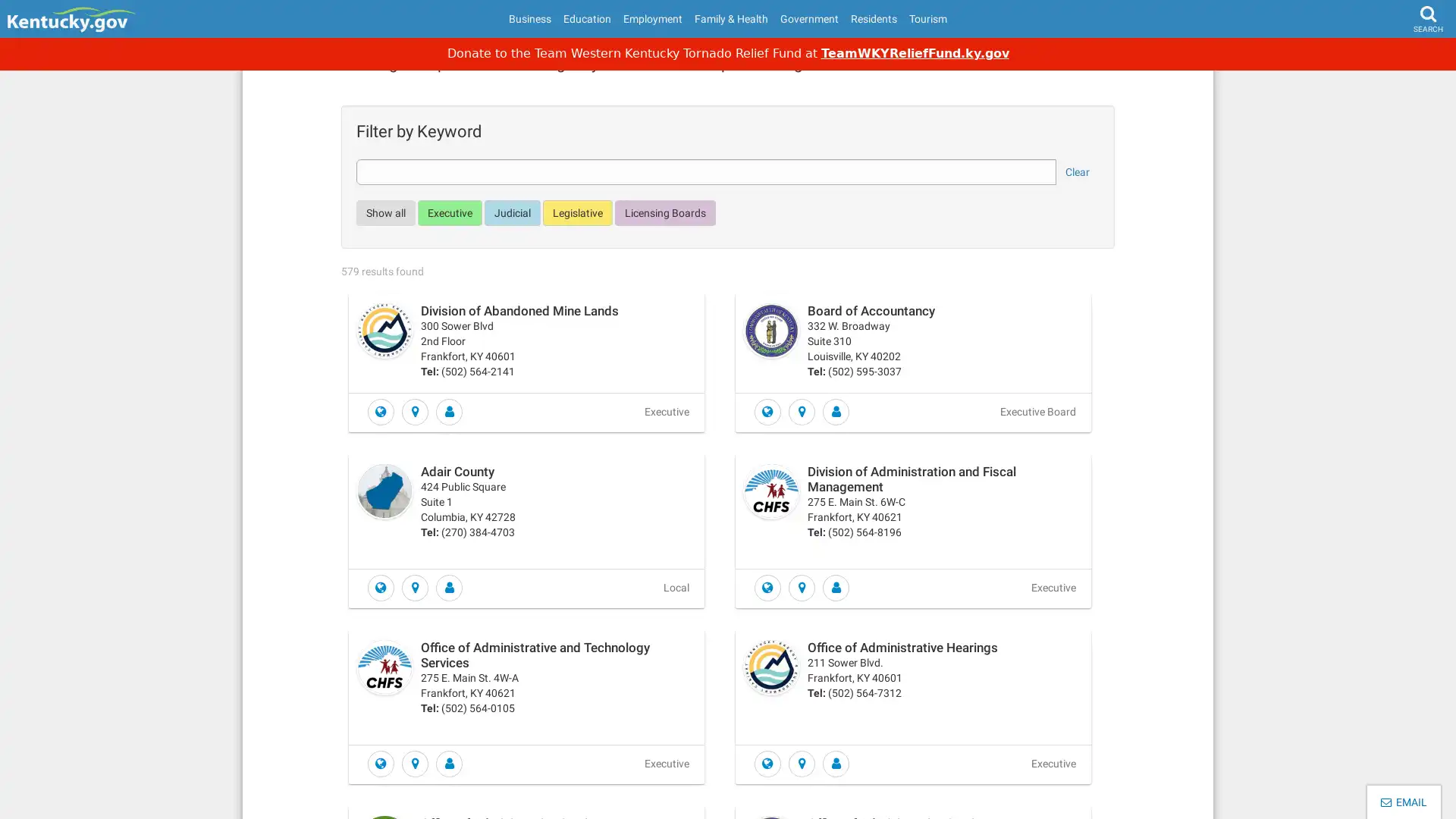  What do you see at coordinates (385, 213) in the screenshot?
I see `Show all` at bounding box center [385, 213].